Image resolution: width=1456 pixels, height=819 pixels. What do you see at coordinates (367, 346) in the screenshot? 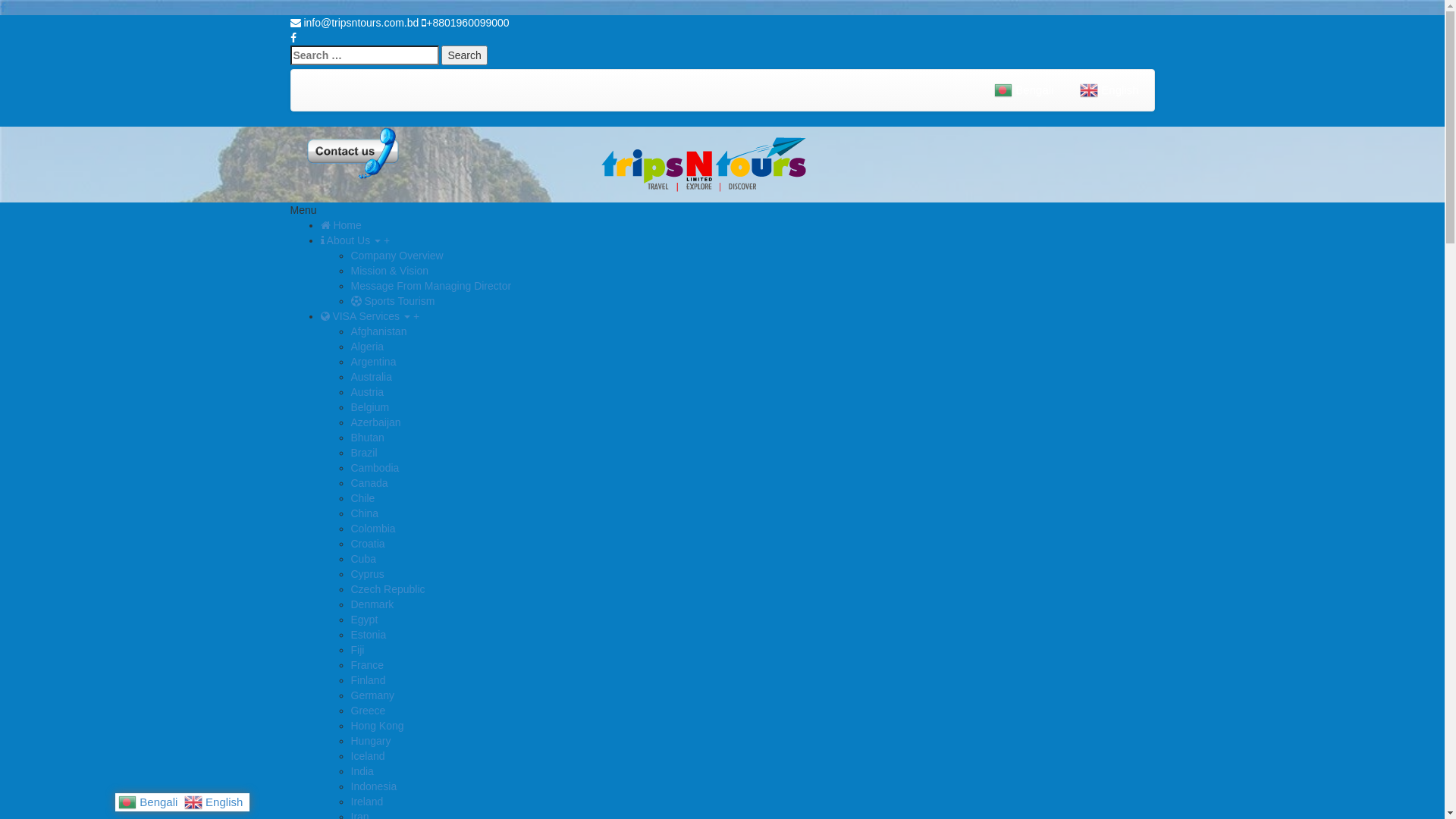
I see `'Algeria'` at bounding box center [367, 346].